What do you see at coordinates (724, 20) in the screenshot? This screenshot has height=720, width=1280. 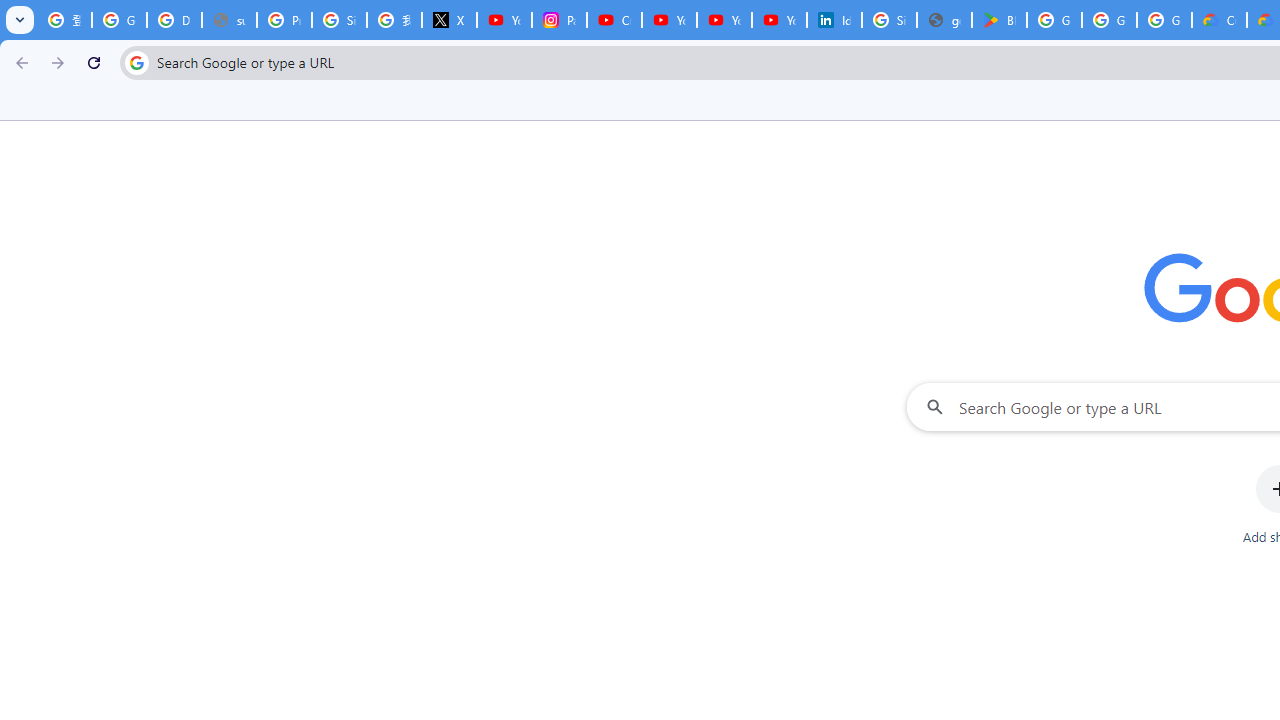 I see `'YouTube Culture & Trends - YouTube Top 10, 2021'` at bounding box center [724, 20].